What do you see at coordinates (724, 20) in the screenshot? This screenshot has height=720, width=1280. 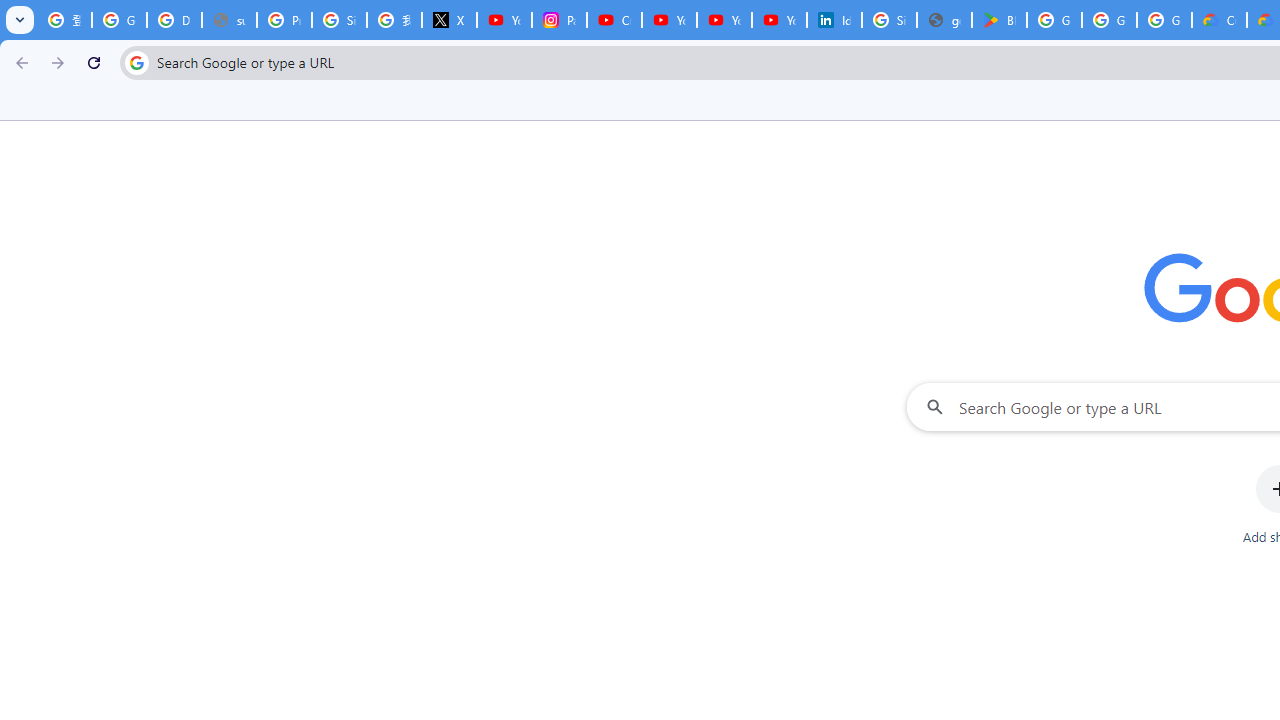 I see `'YouTube Culture & Trends - YouTube Top 10, 2021'` at bounding box center [724, 20].